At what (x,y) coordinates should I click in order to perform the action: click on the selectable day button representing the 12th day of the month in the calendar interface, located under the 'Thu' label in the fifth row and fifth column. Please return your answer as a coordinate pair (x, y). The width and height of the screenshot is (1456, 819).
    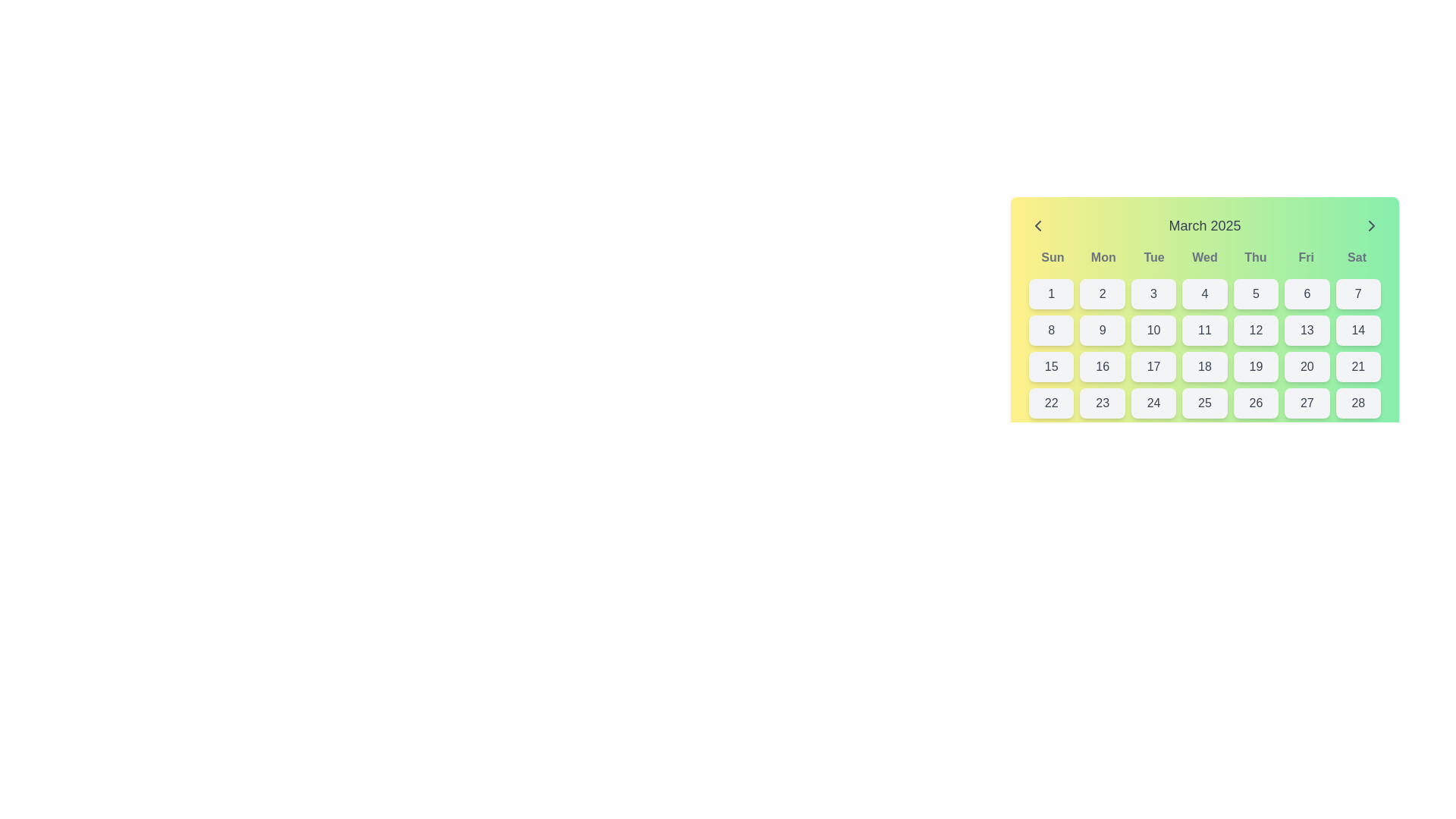
    Looking at the image, I should click on (1256, 329).